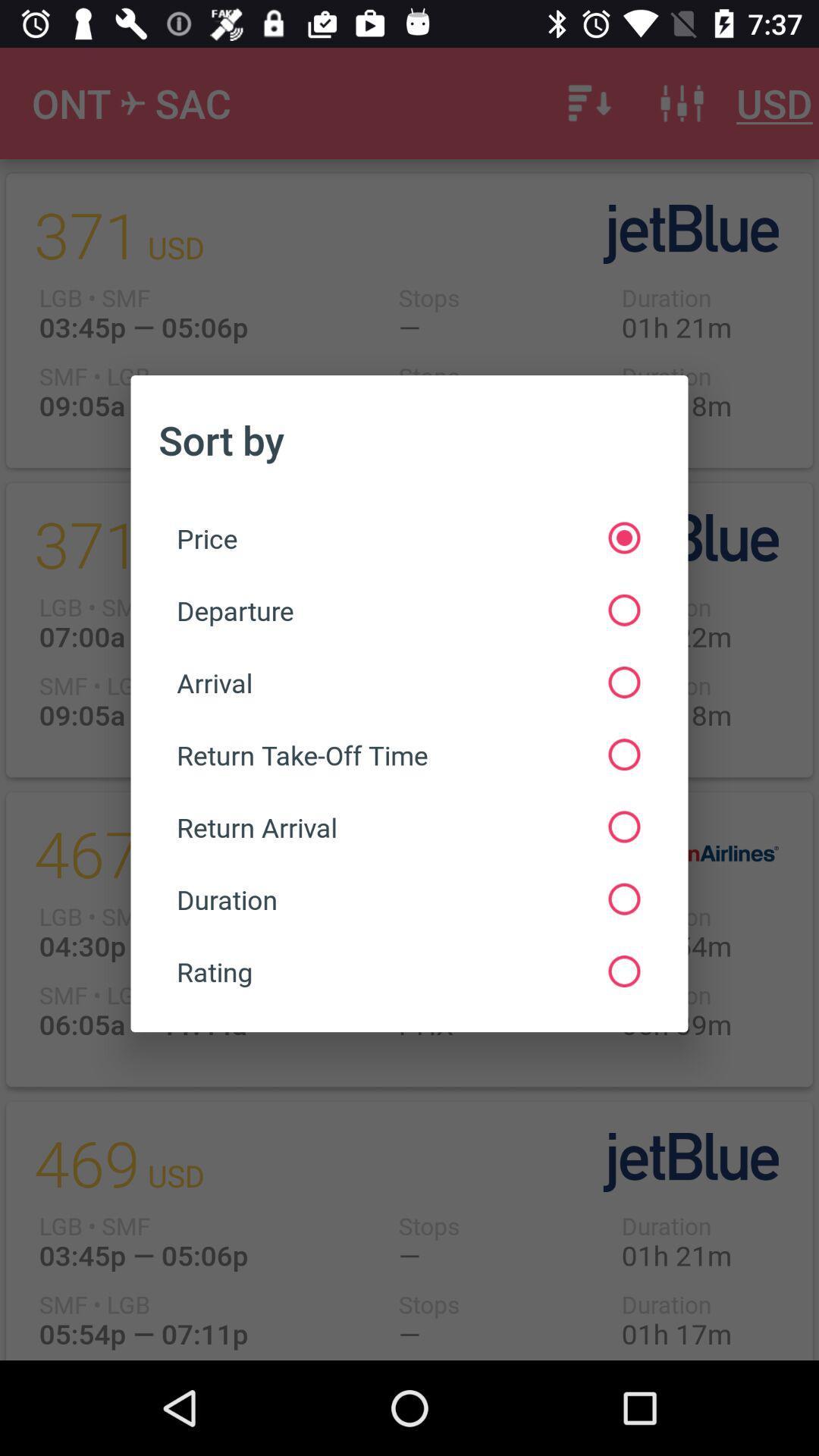 The height and width of the screenshot is (1456, 819). I want to click on departure, so click(407, 610).